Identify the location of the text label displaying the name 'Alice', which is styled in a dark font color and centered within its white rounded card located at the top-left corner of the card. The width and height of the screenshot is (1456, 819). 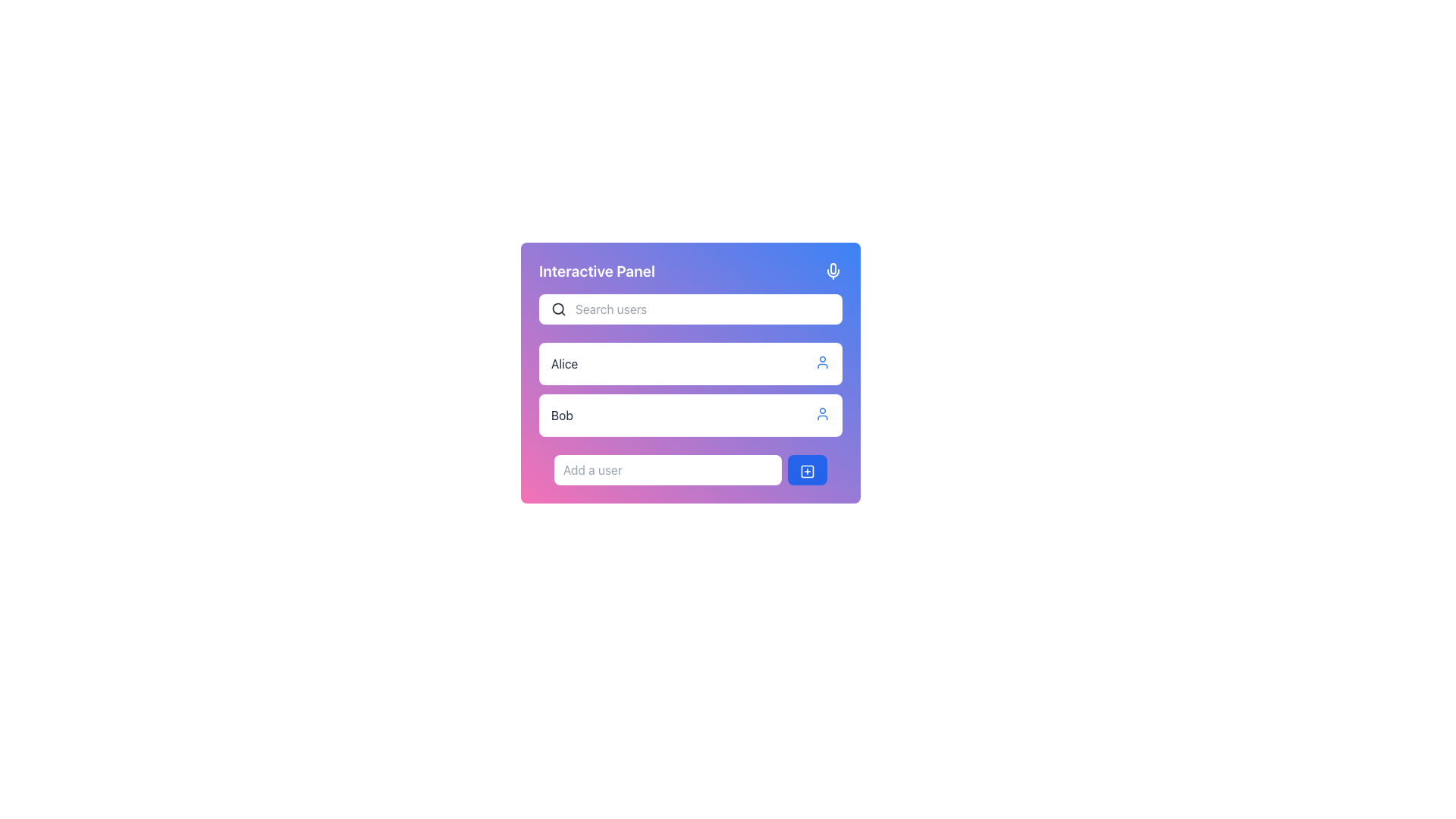
(563, 363).